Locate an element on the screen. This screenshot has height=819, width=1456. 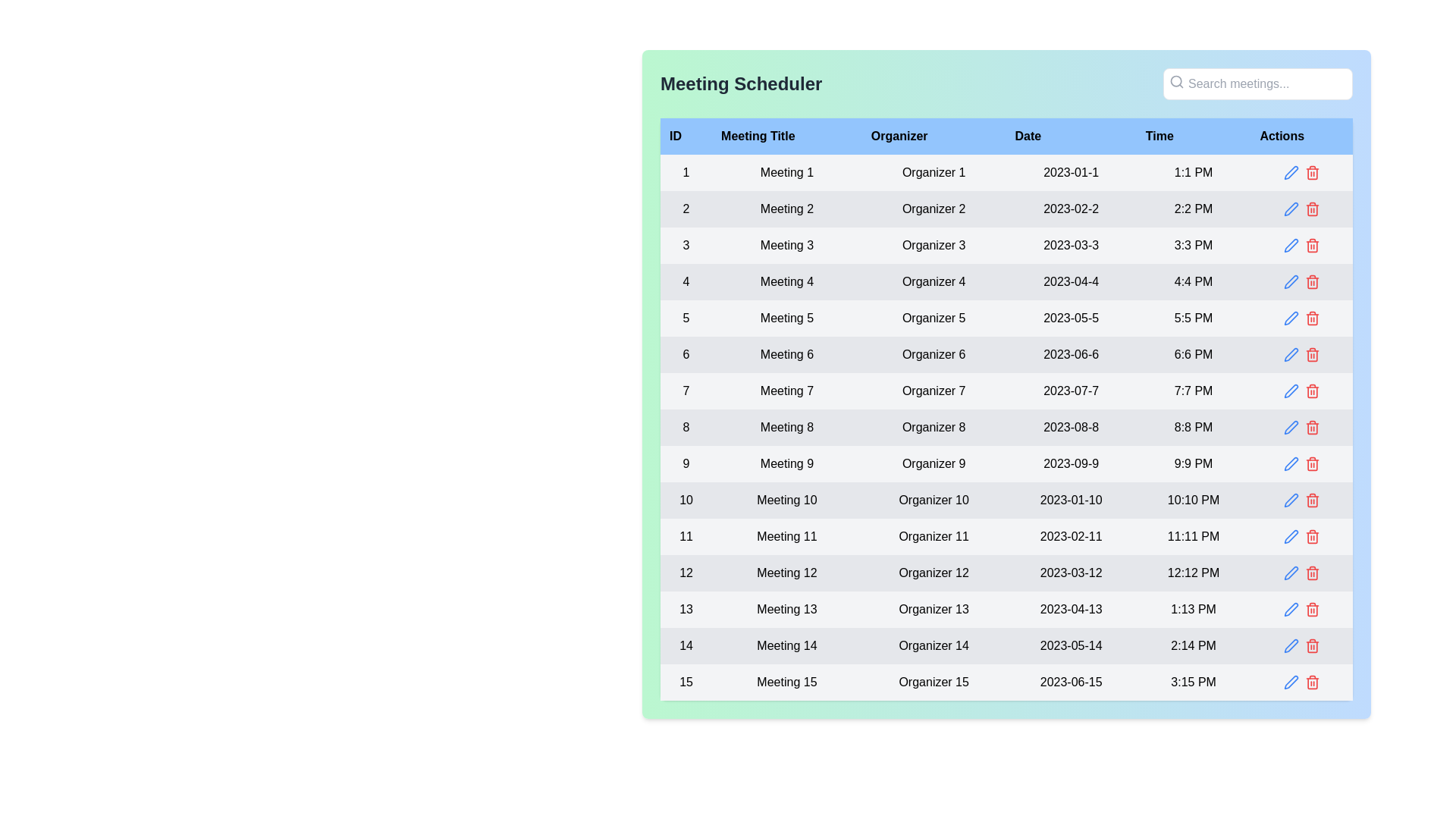
the Text element that identifies row number 3 in the table under the 'ID' column is located at coordinates (686, 245).